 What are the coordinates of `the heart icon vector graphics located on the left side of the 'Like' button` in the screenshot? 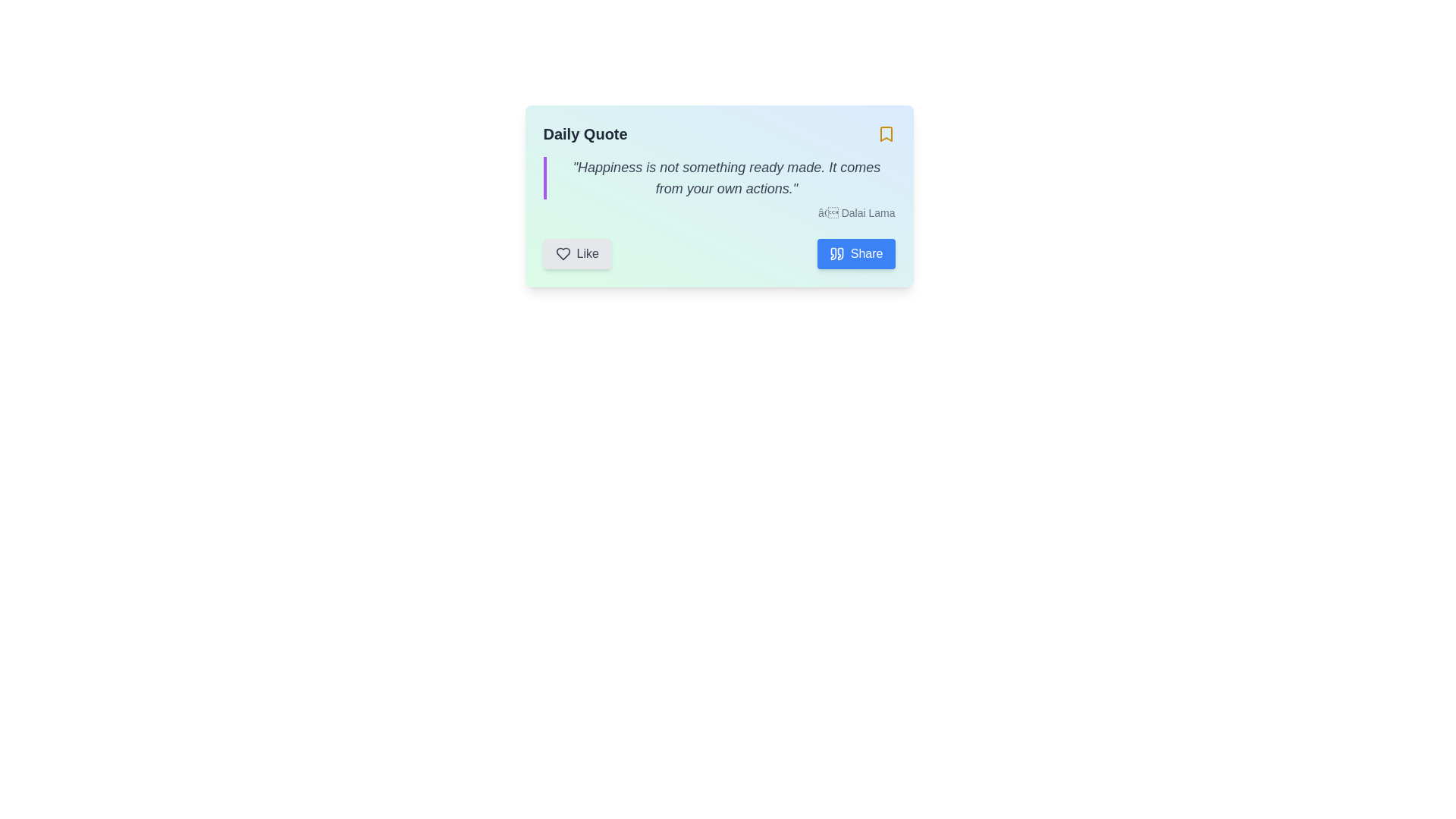 It's located at (562, 253).